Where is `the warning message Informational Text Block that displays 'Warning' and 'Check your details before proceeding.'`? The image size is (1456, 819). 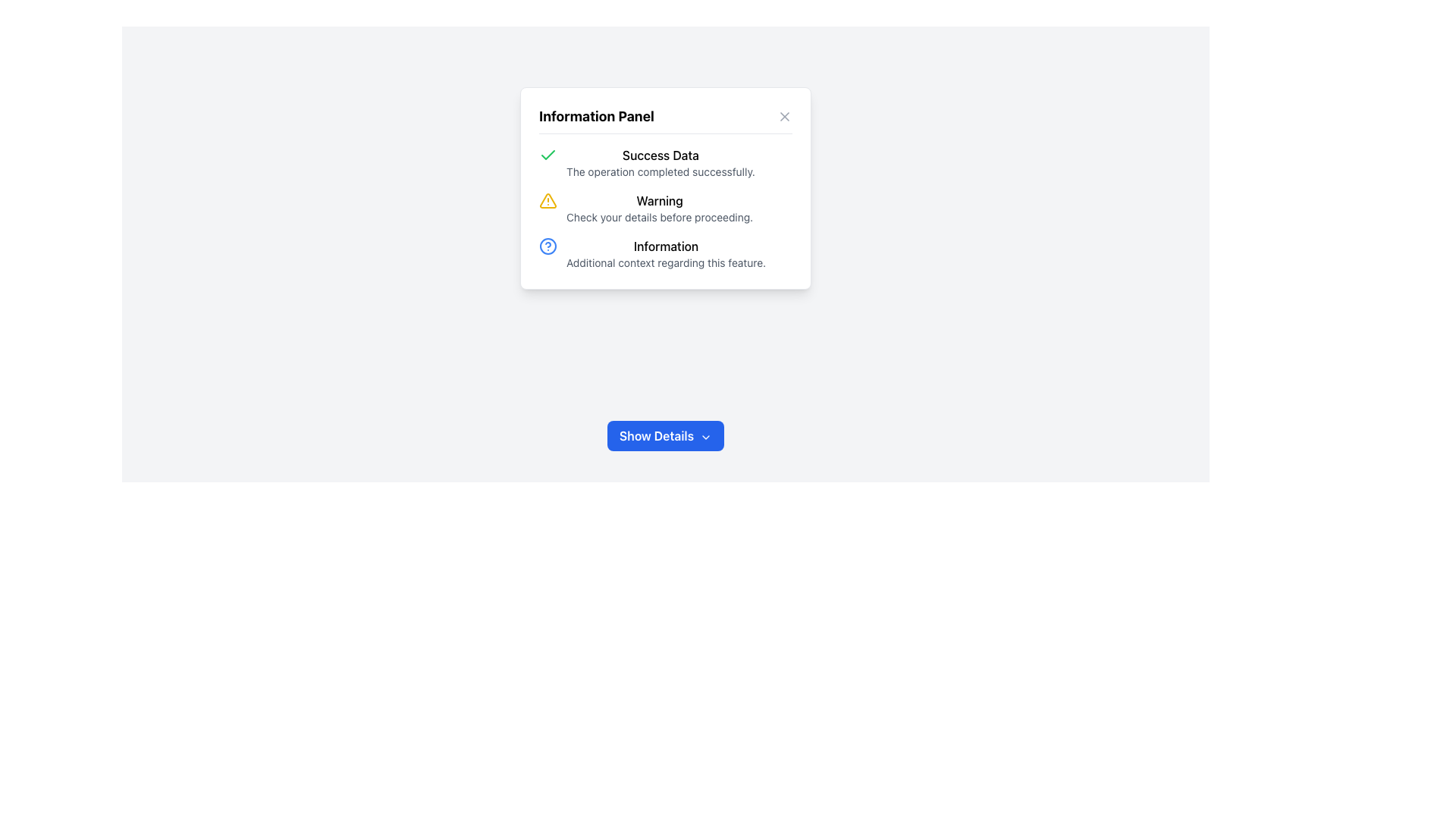 the warning message Informational Text Block that displays 'Warning' and 'Check your details before proceeding.' is located at coordinates (666, 208).